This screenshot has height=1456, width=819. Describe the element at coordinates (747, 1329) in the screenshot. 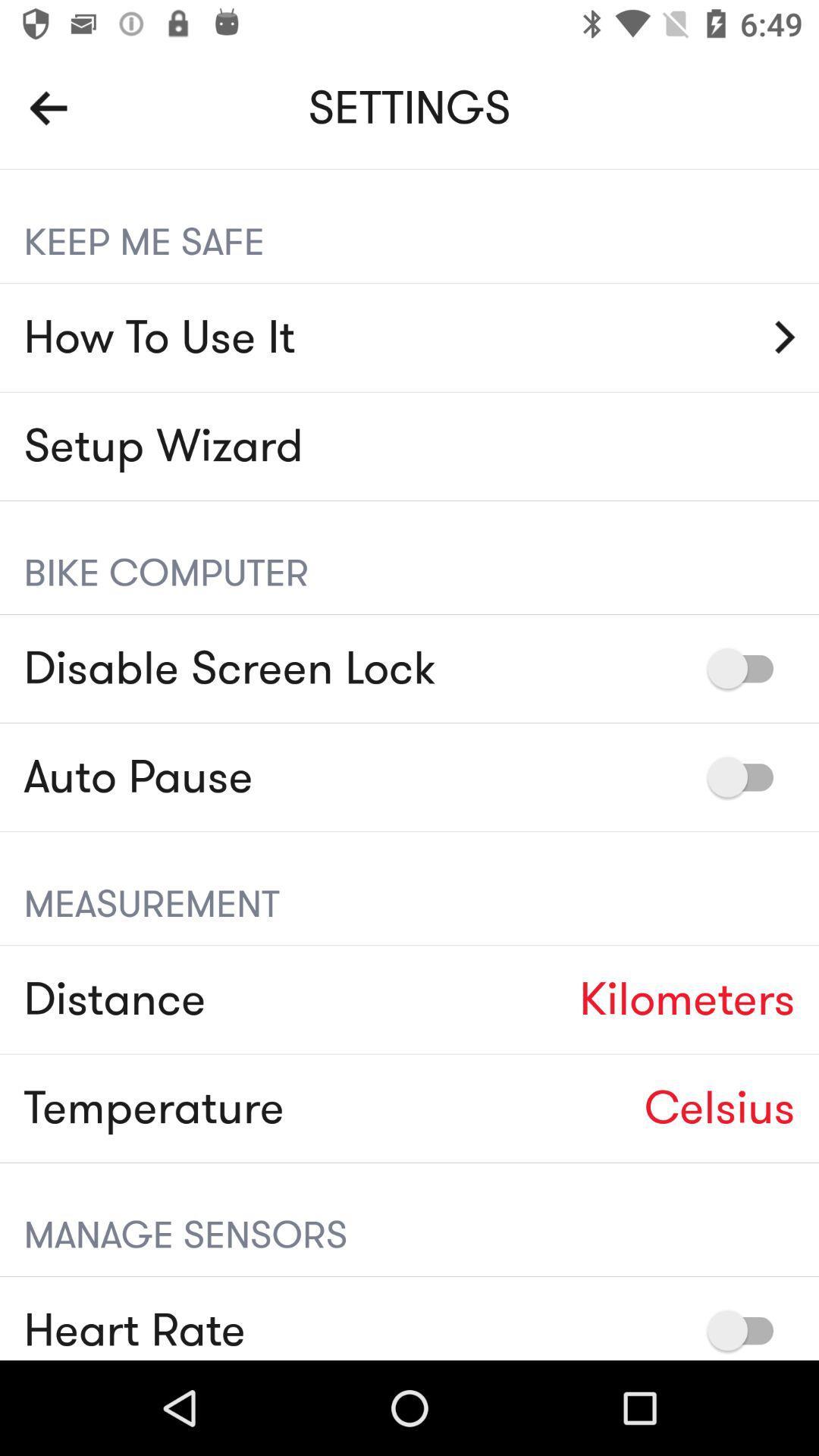

I see `heart rate sensor` at that location.